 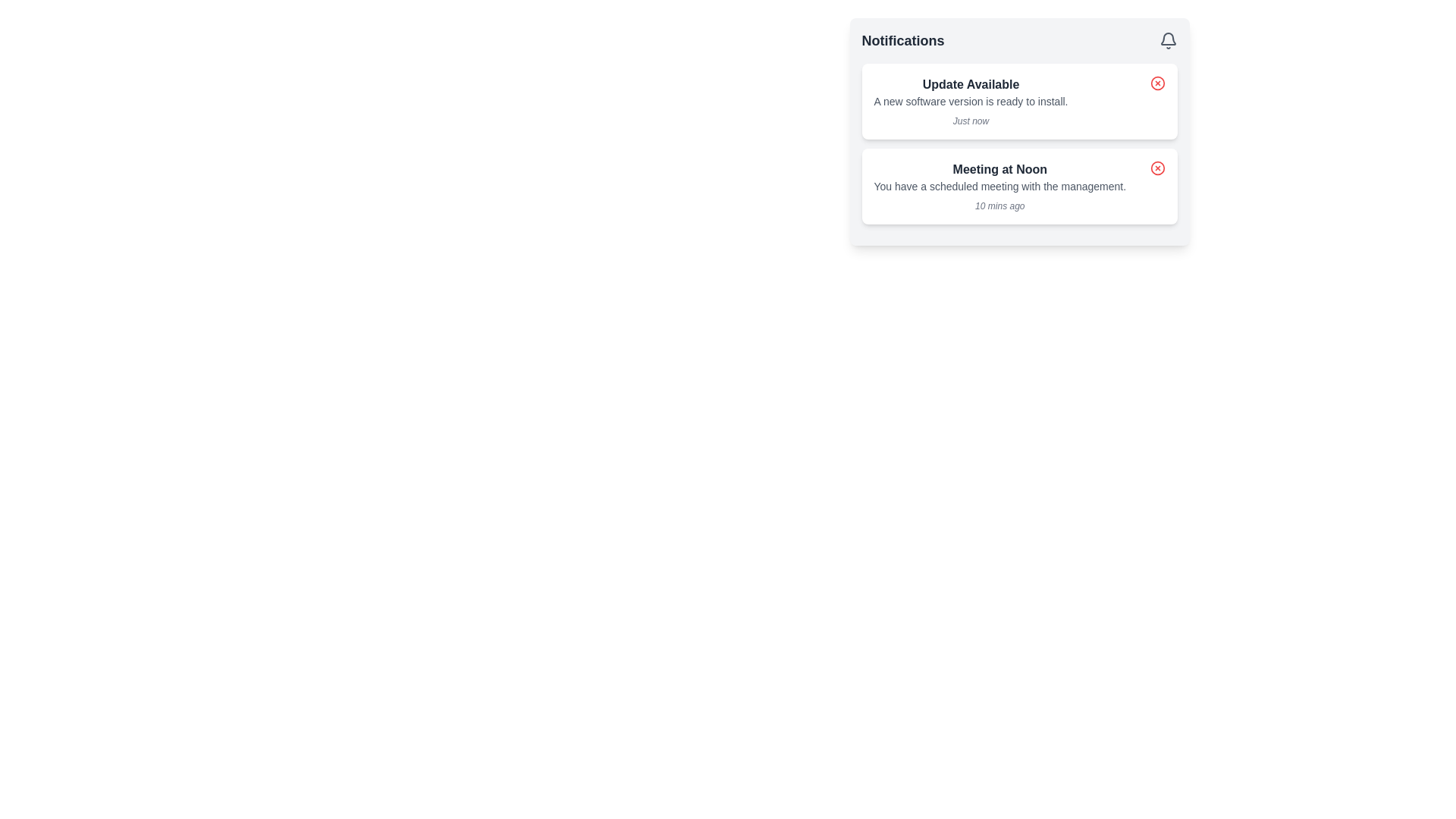 What do you see at coordinates (999, 169) in the screenshot?
I see `the 'Meeting at Noon' text label, which is styled in bold dark gray and located centrally in the second notification card under the 'Notifications' header` at bounding box center [999, 169].